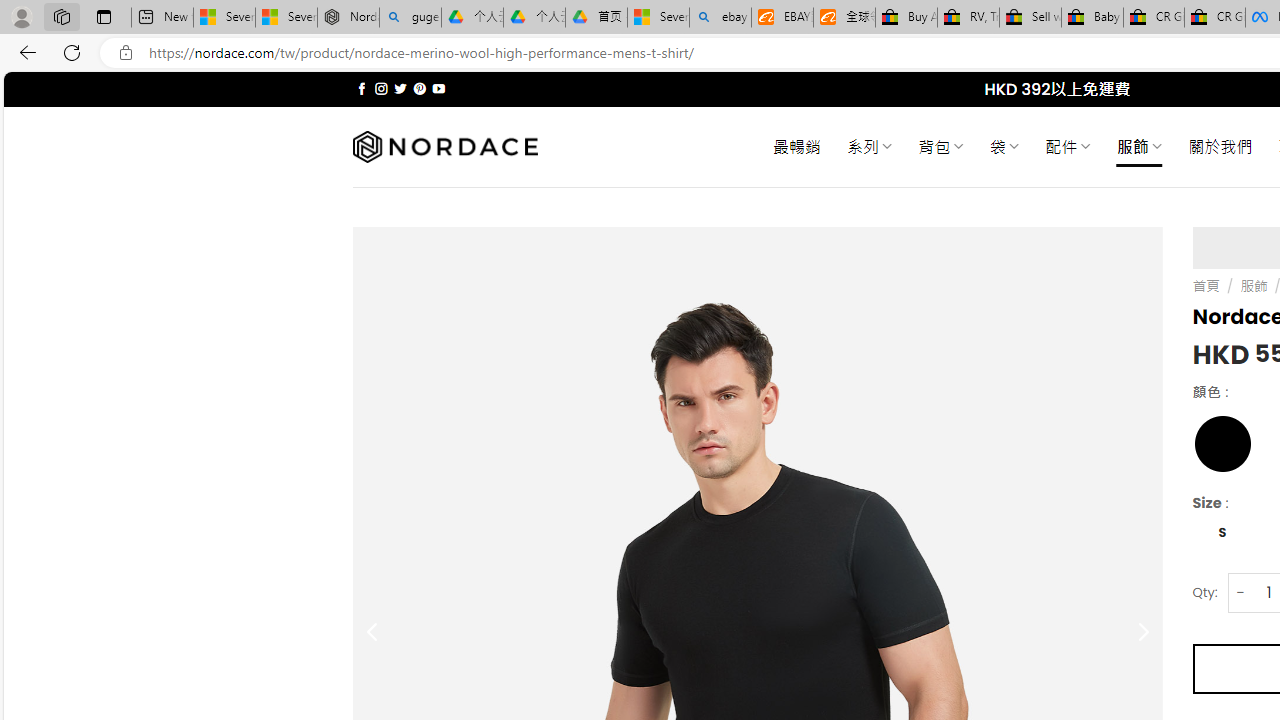 This screenshot has width=1280, height=720. I want to click on 'Buy Auto Parts & Accessories | eBay', so click(905, 17).